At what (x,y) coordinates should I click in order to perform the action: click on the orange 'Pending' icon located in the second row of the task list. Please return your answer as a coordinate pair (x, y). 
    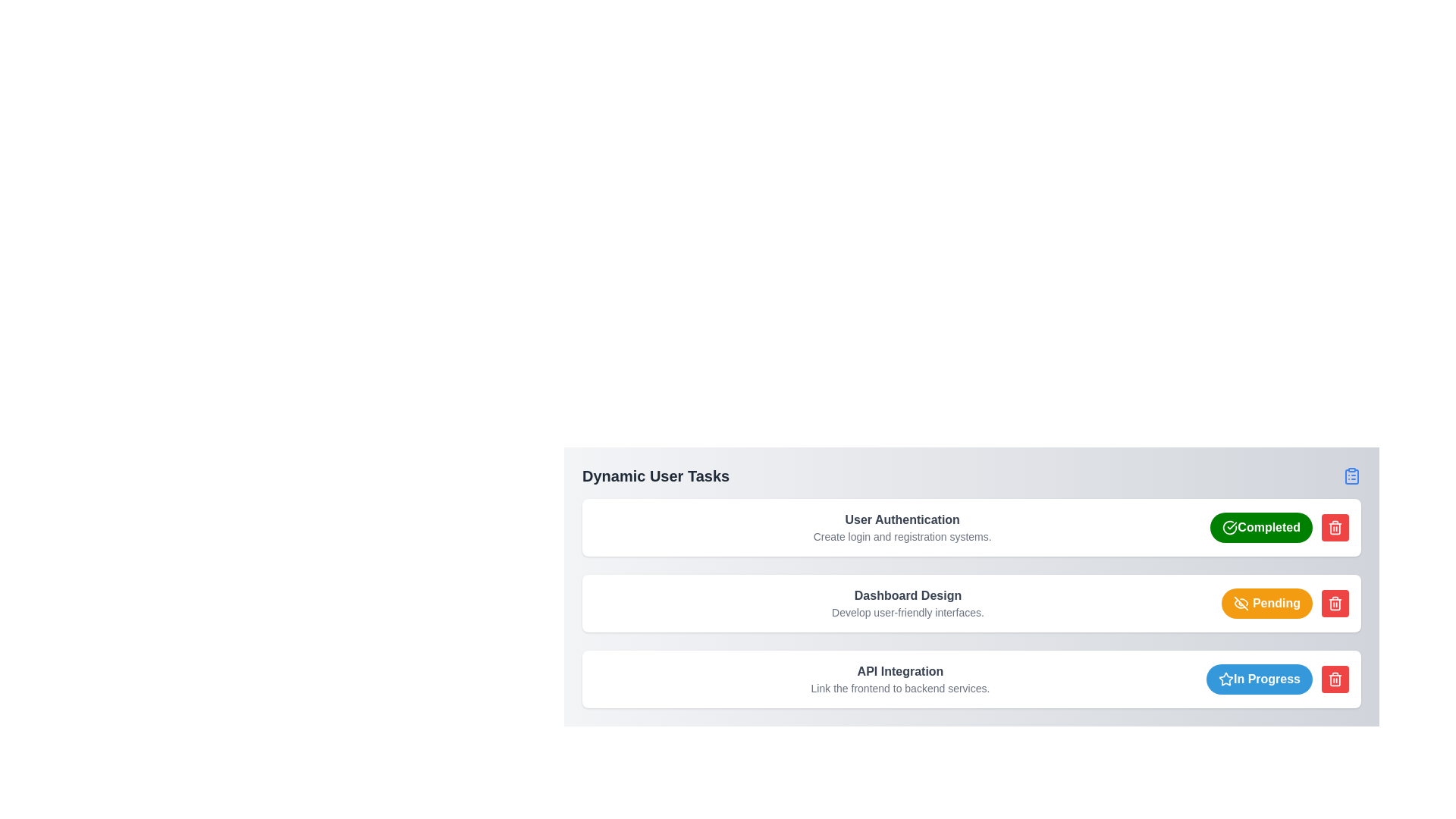
    Looking at the image, I should click on (1241, 602).